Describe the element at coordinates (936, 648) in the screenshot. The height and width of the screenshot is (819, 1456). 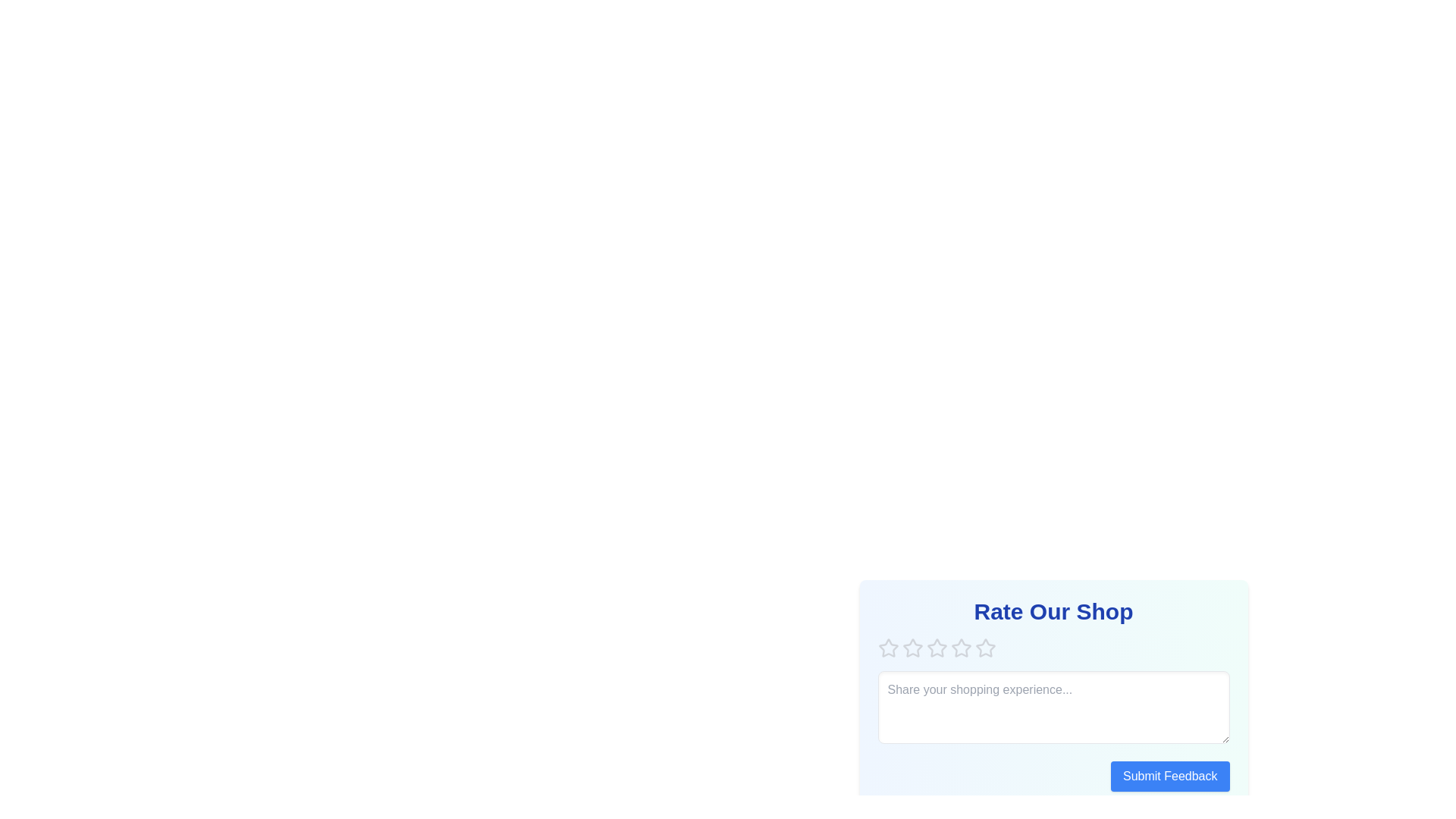
I see `the star corresponding to 3 to preview the rating` at that location.